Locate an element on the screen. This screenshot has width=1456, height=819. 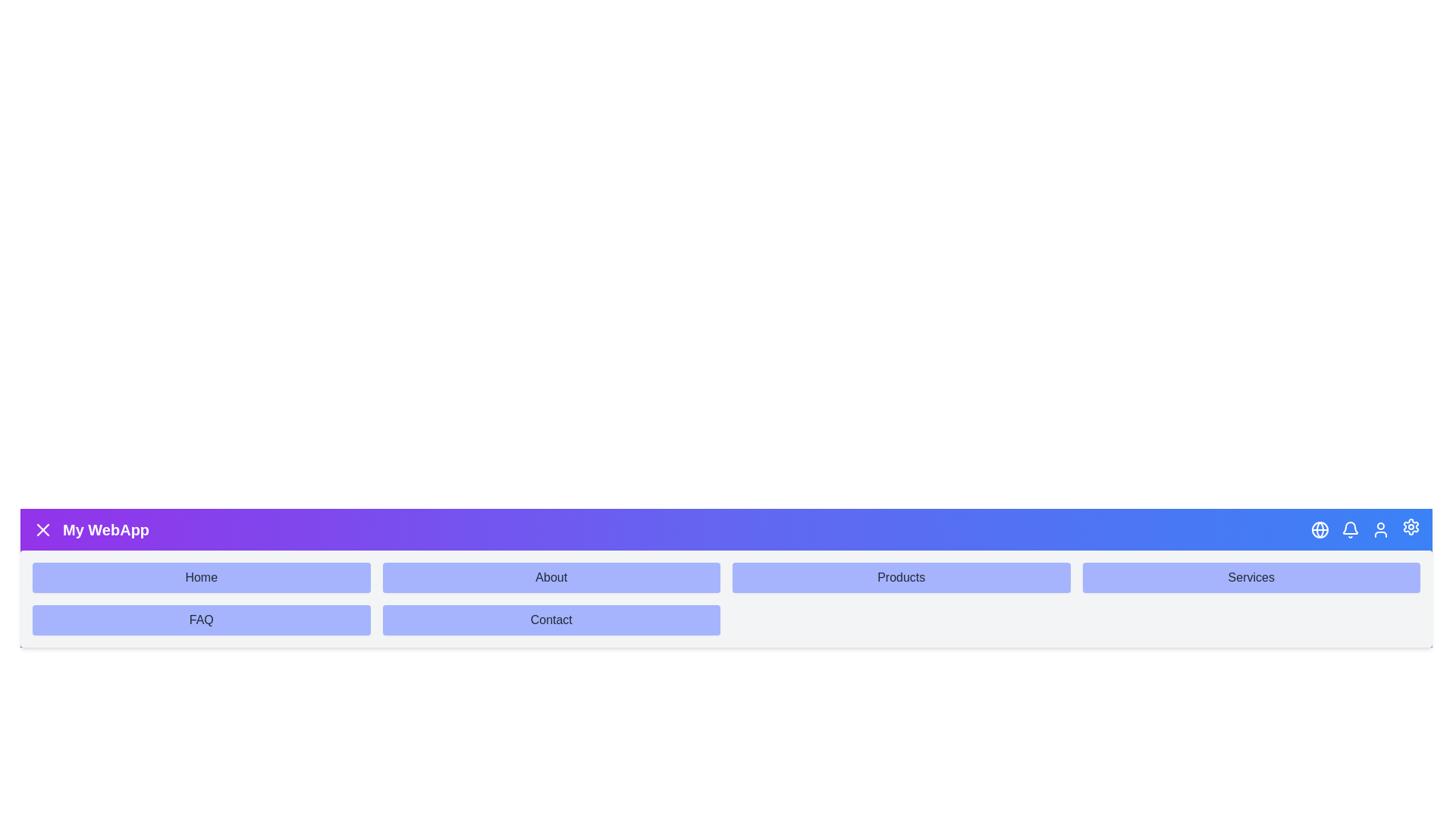
the Profile button in the header is located at coordinates (1380, 529).